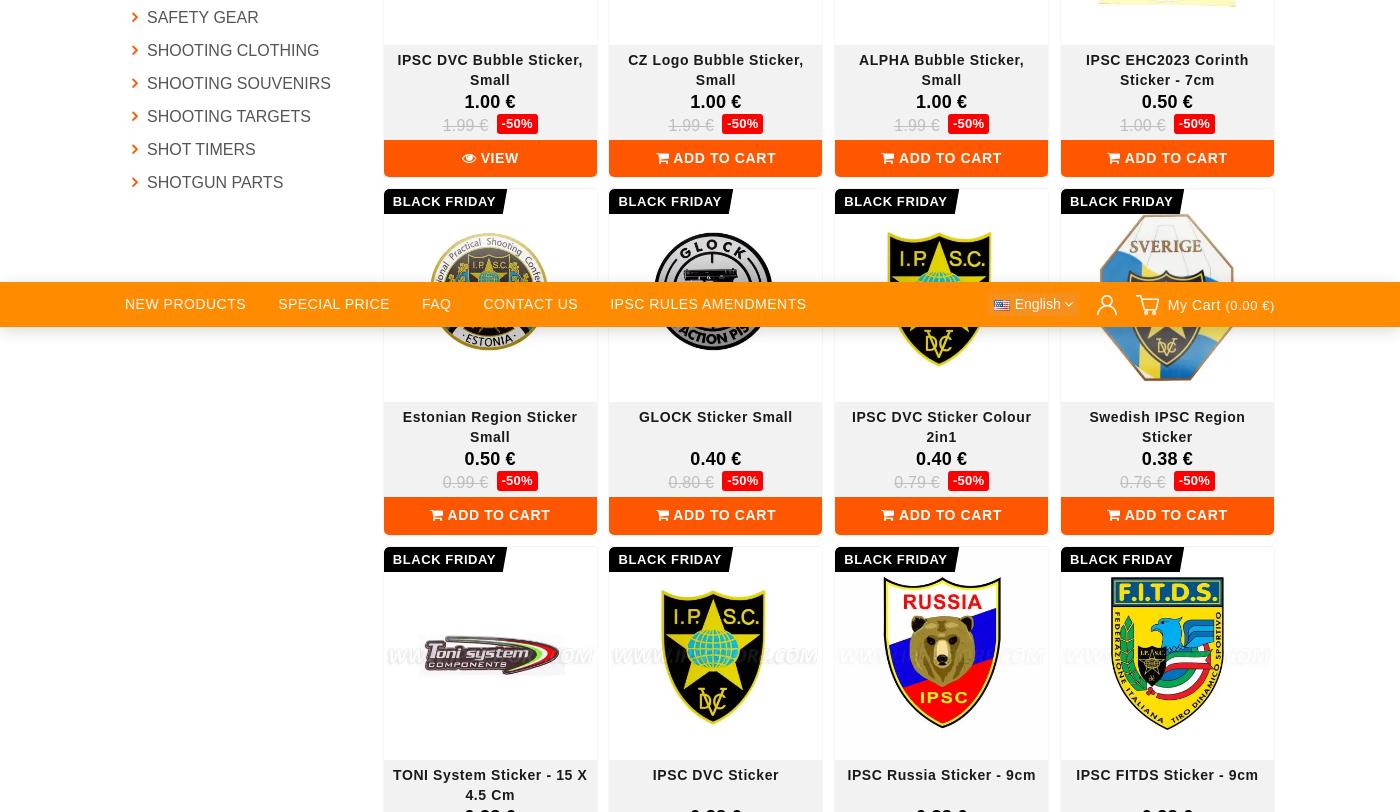  Describe the element at coordinates (630, 151) in the screenshot. I see `'Policies'` at that location.